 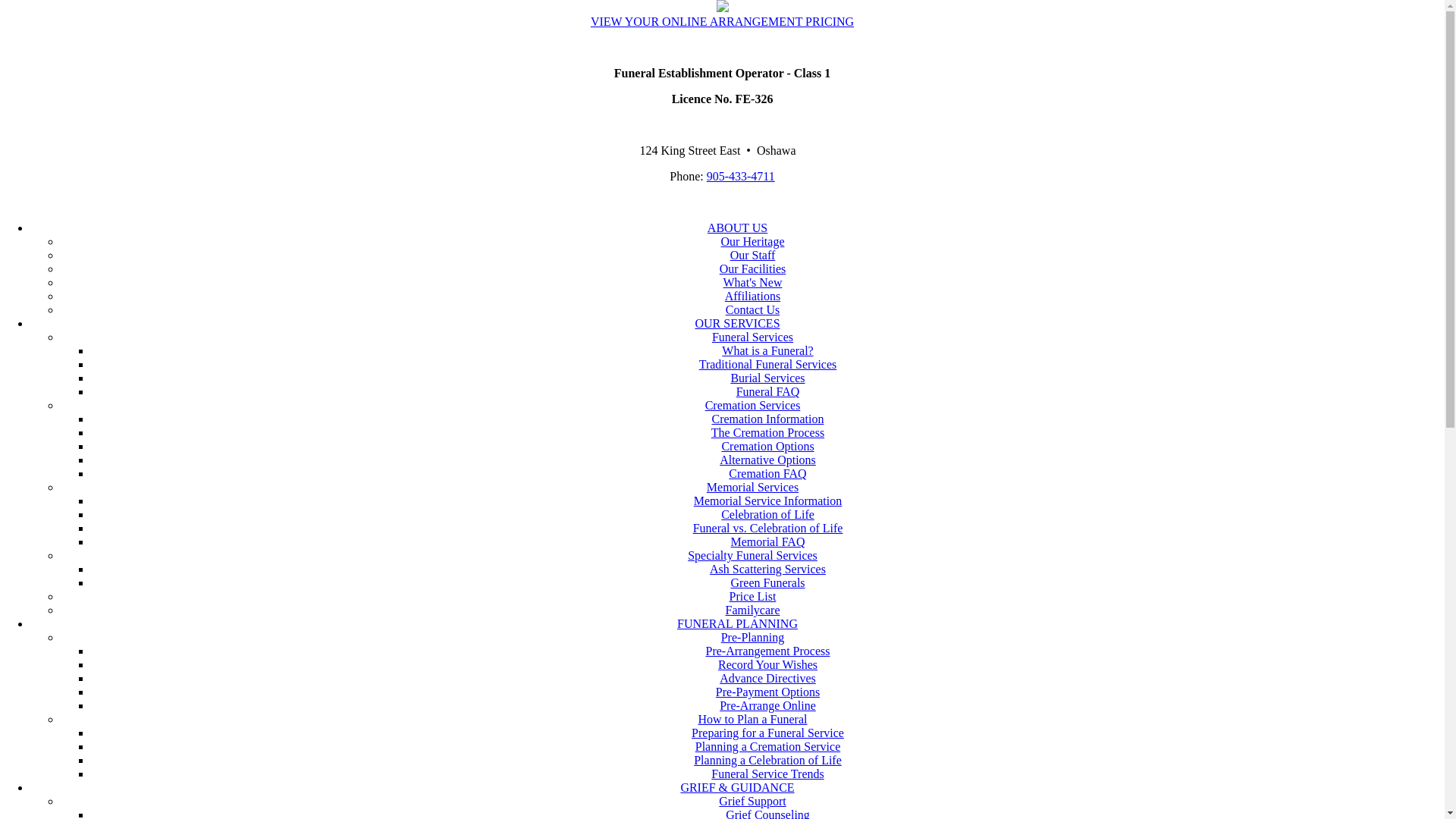 I want to click on 'ABOUT US', so click(x=737, y=227).